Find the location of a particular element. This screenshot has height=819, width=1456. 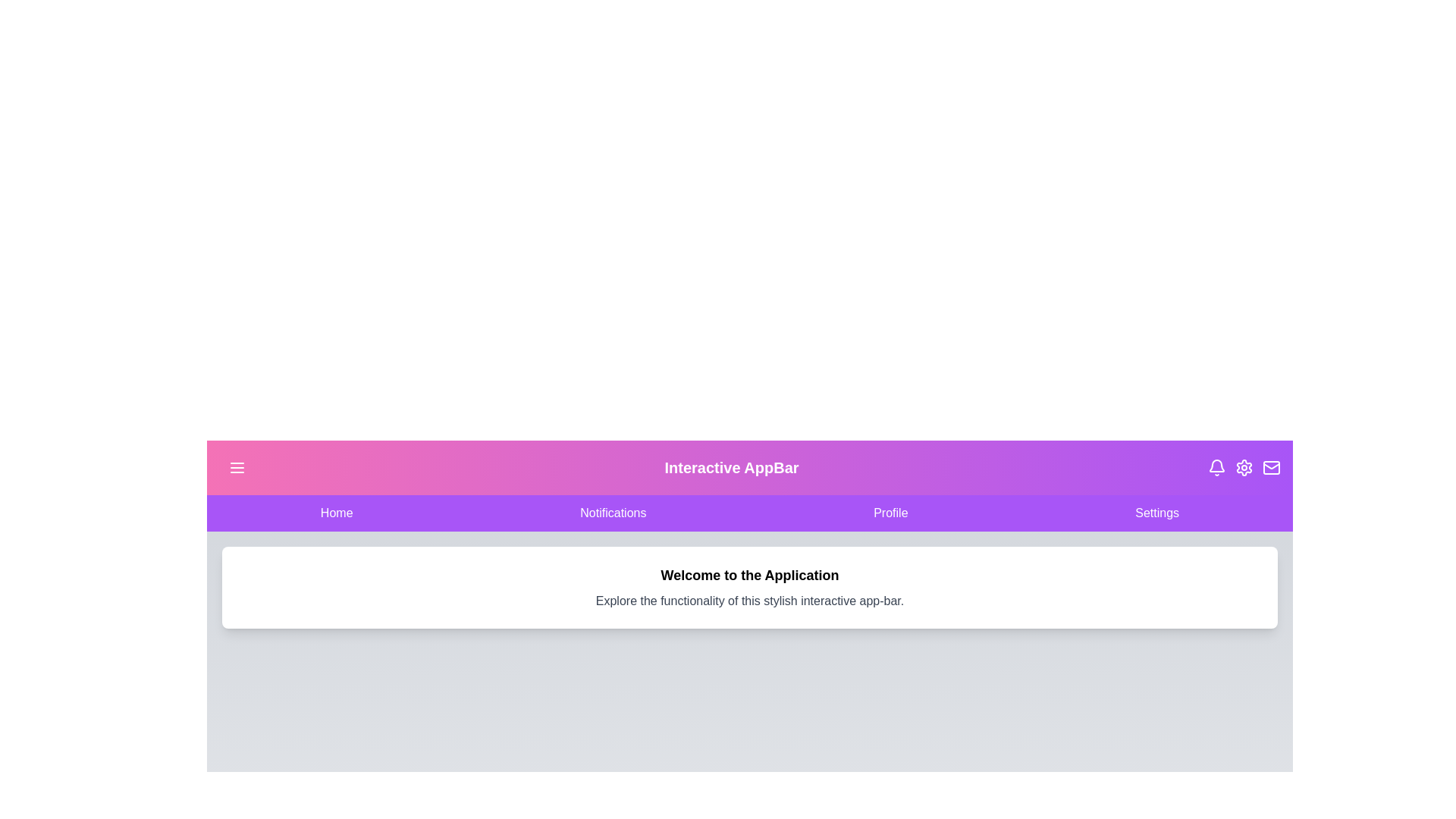

the navigation item Profile to navigate is located at coordinates (890, 513).